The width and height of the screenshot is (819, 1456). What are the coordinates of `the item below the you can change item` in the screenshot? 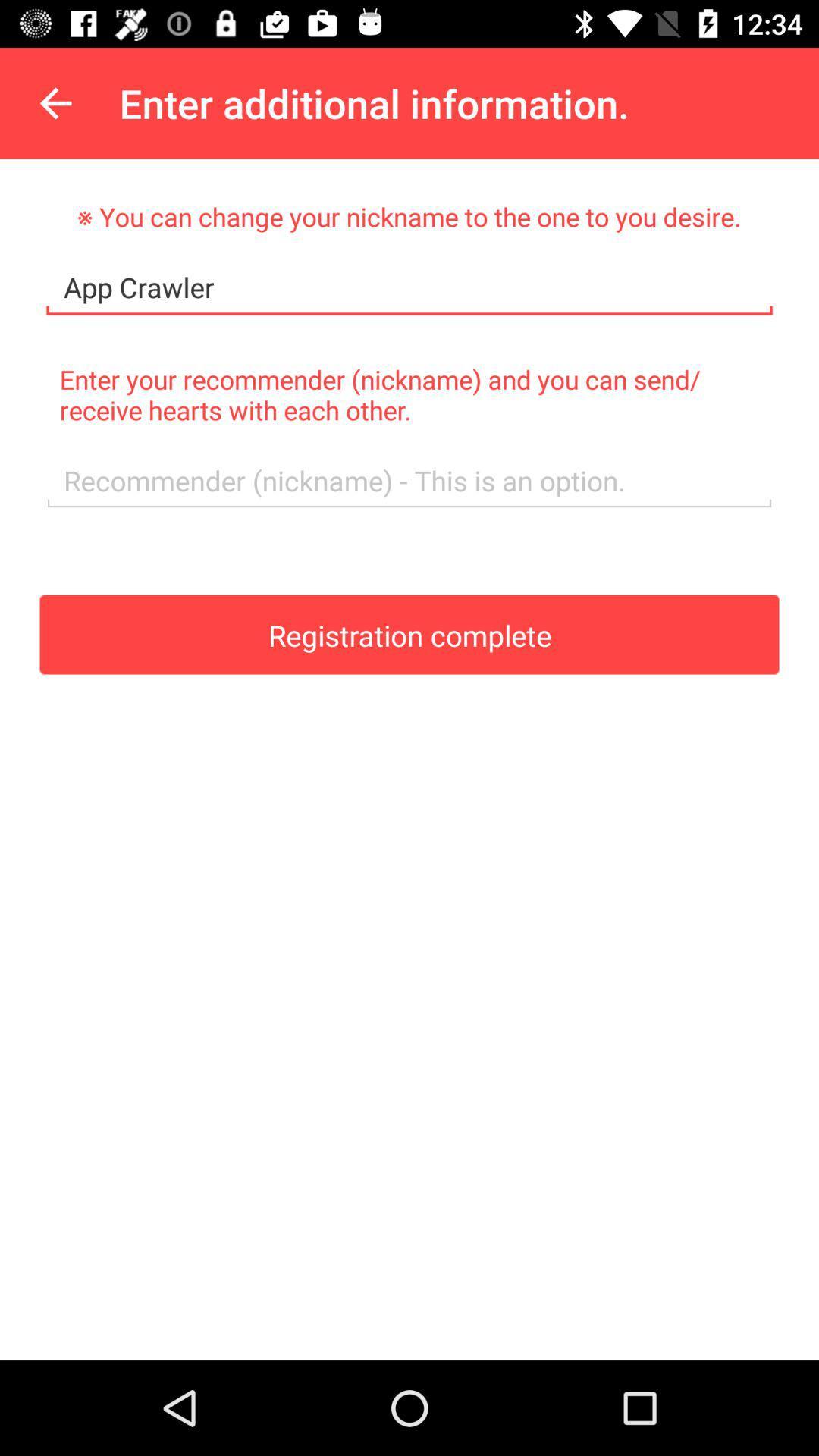 It's located at (409, 287).